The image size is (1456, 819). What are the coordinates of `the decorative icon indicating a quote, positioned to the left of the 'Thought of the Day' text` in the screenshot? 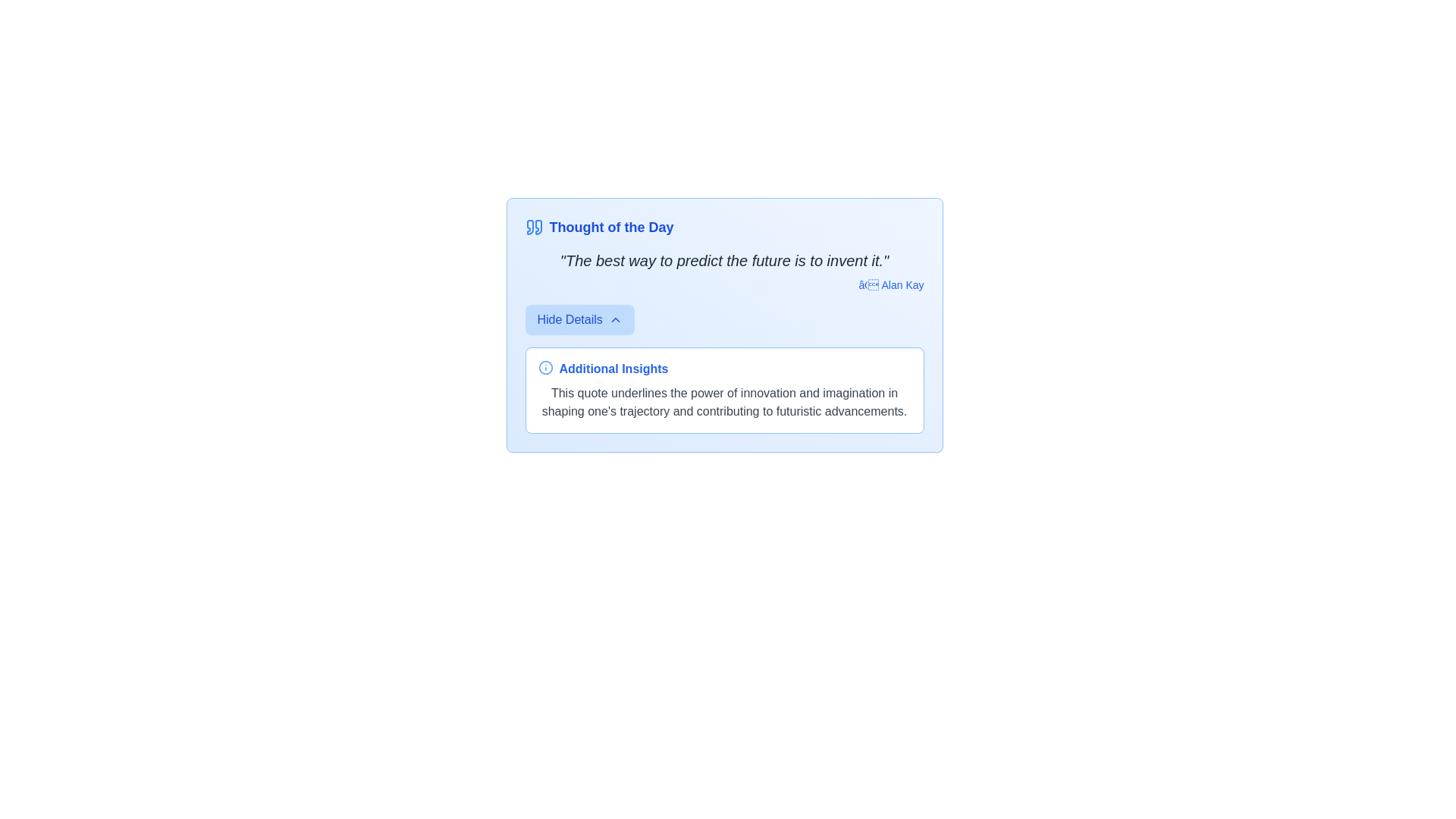 It's located at (534, 227).